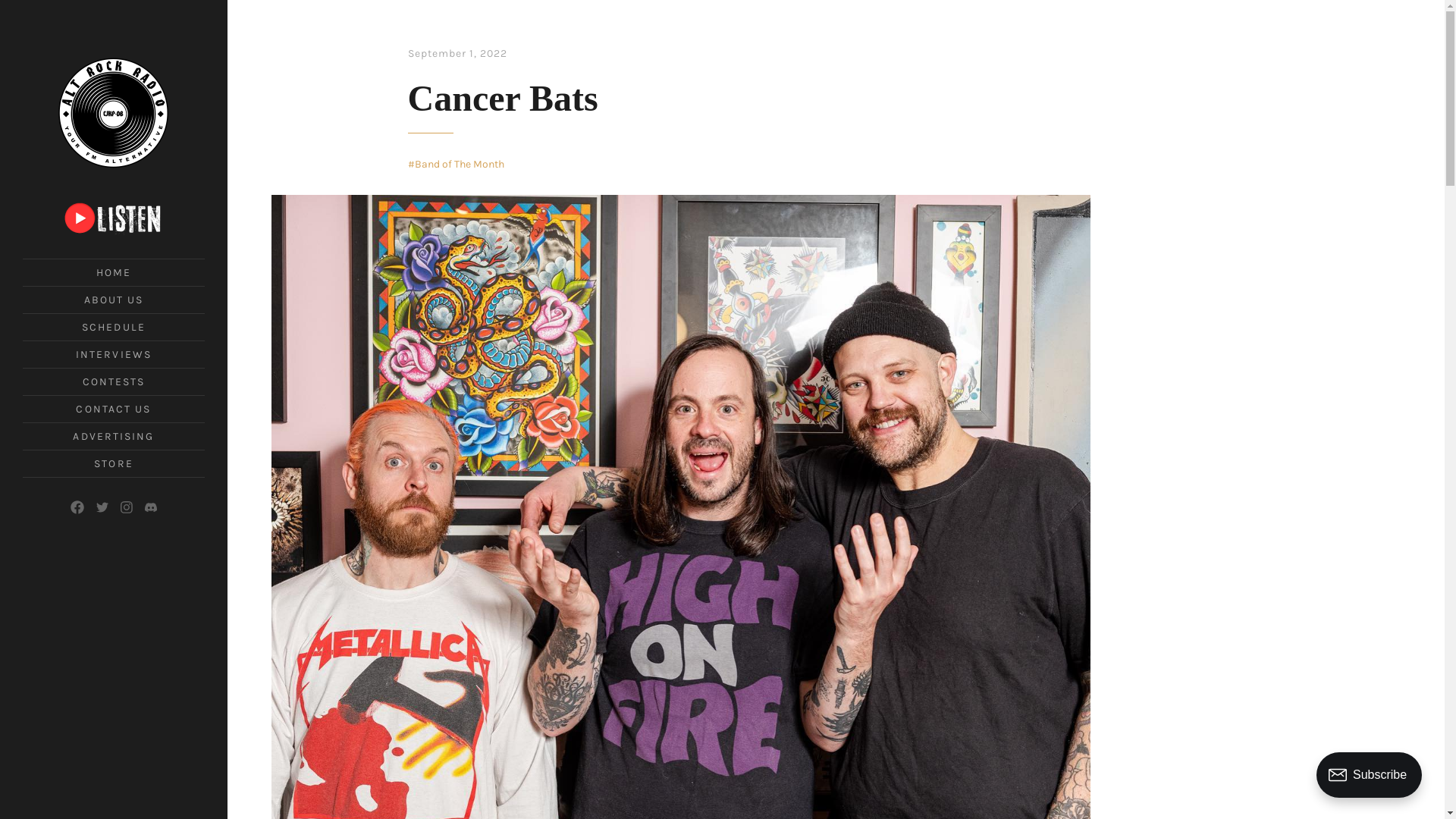  Describe the element at coordinates (112, 408) in the screenshot. I see `'CONTACT US'` at that location.